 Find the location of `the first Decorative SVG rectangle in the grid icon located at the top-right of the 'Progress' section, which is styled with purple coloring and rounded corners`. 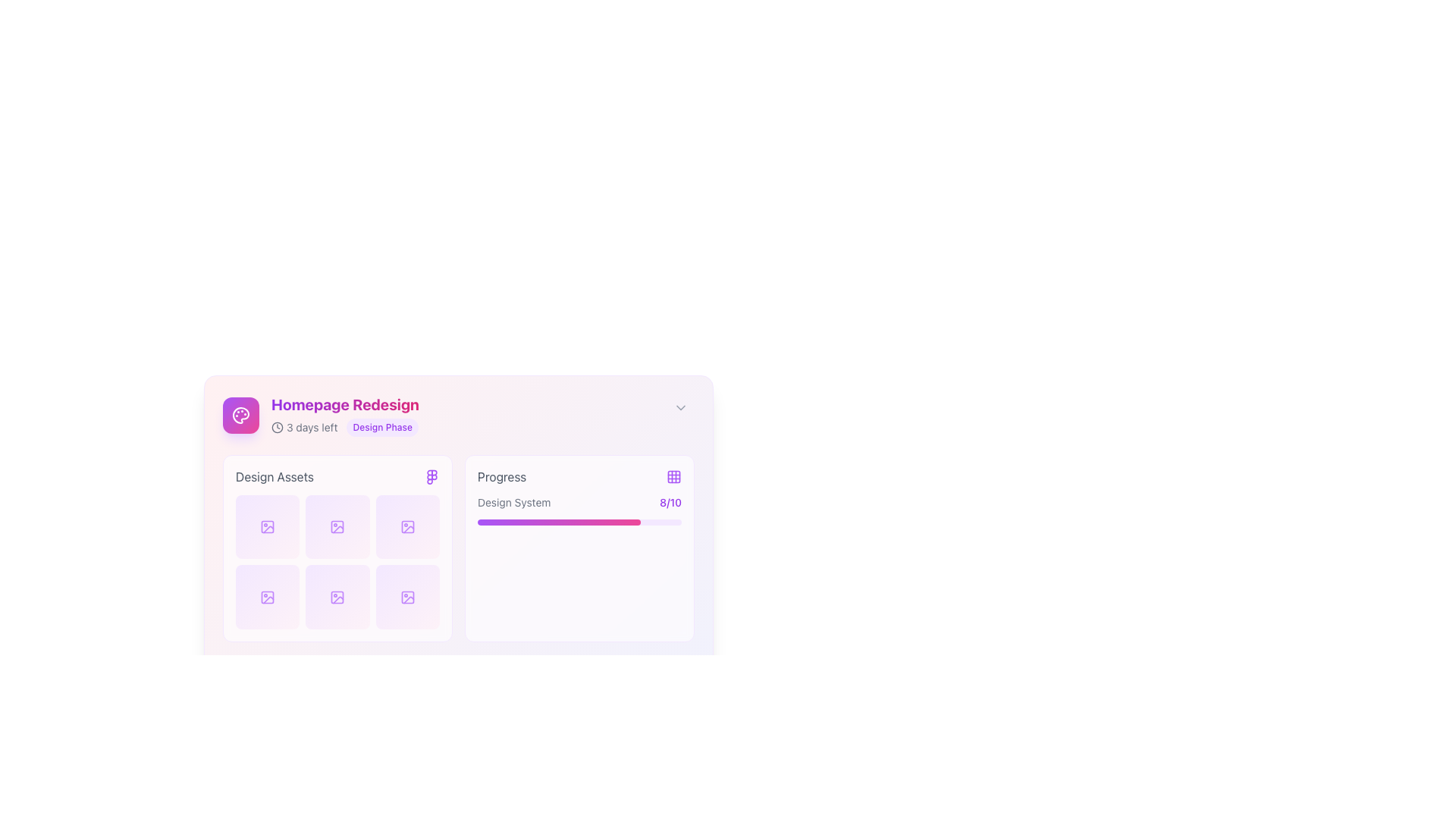

the first Decorative SVG rectangle in the grid icon located at the top-right of the 'Progress' section, which is styled with purple coloring and rounded corners is located at coordinates (673, 475).